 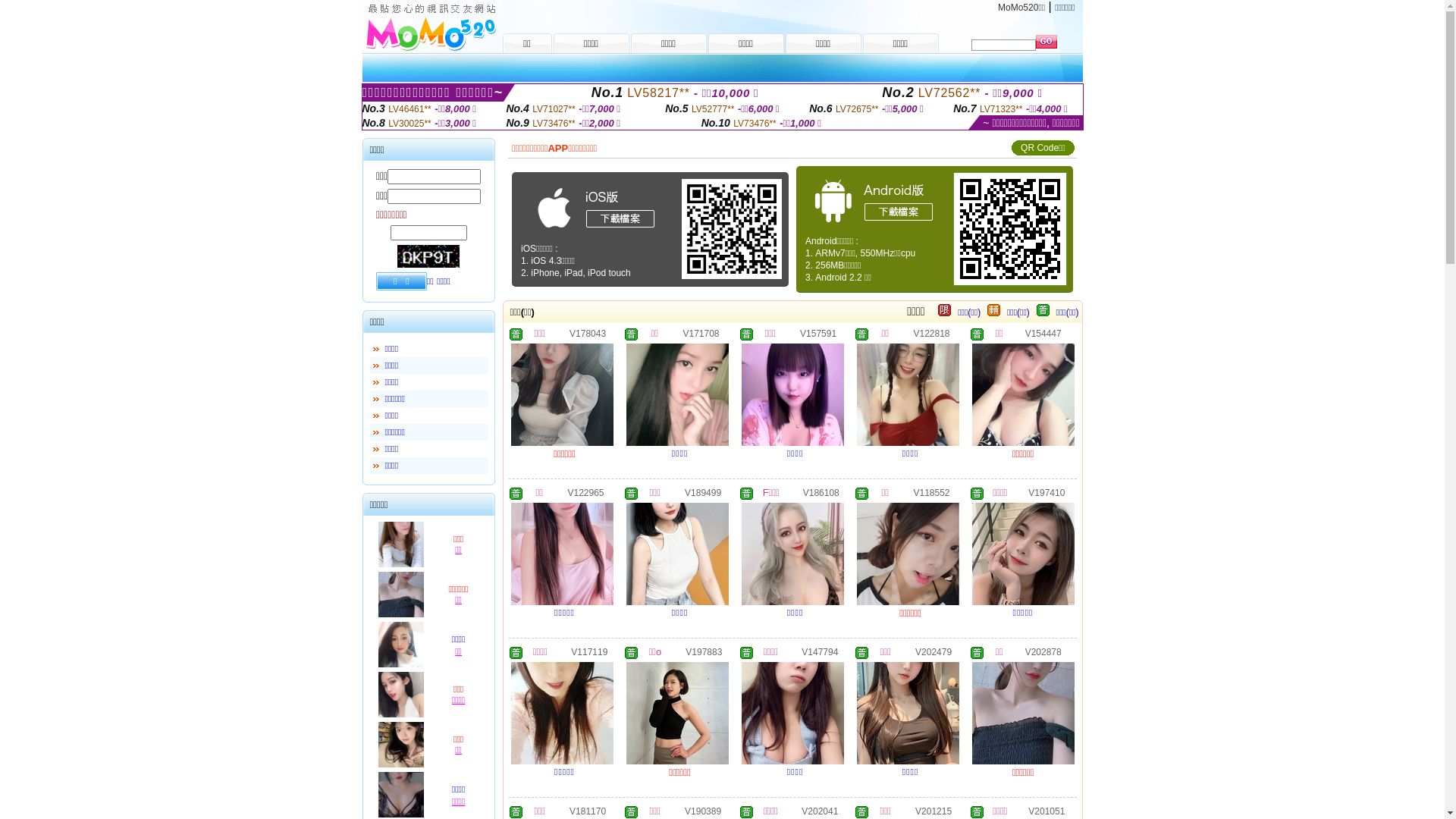 I want to click on 'V190389', so click(x=701, y=809).